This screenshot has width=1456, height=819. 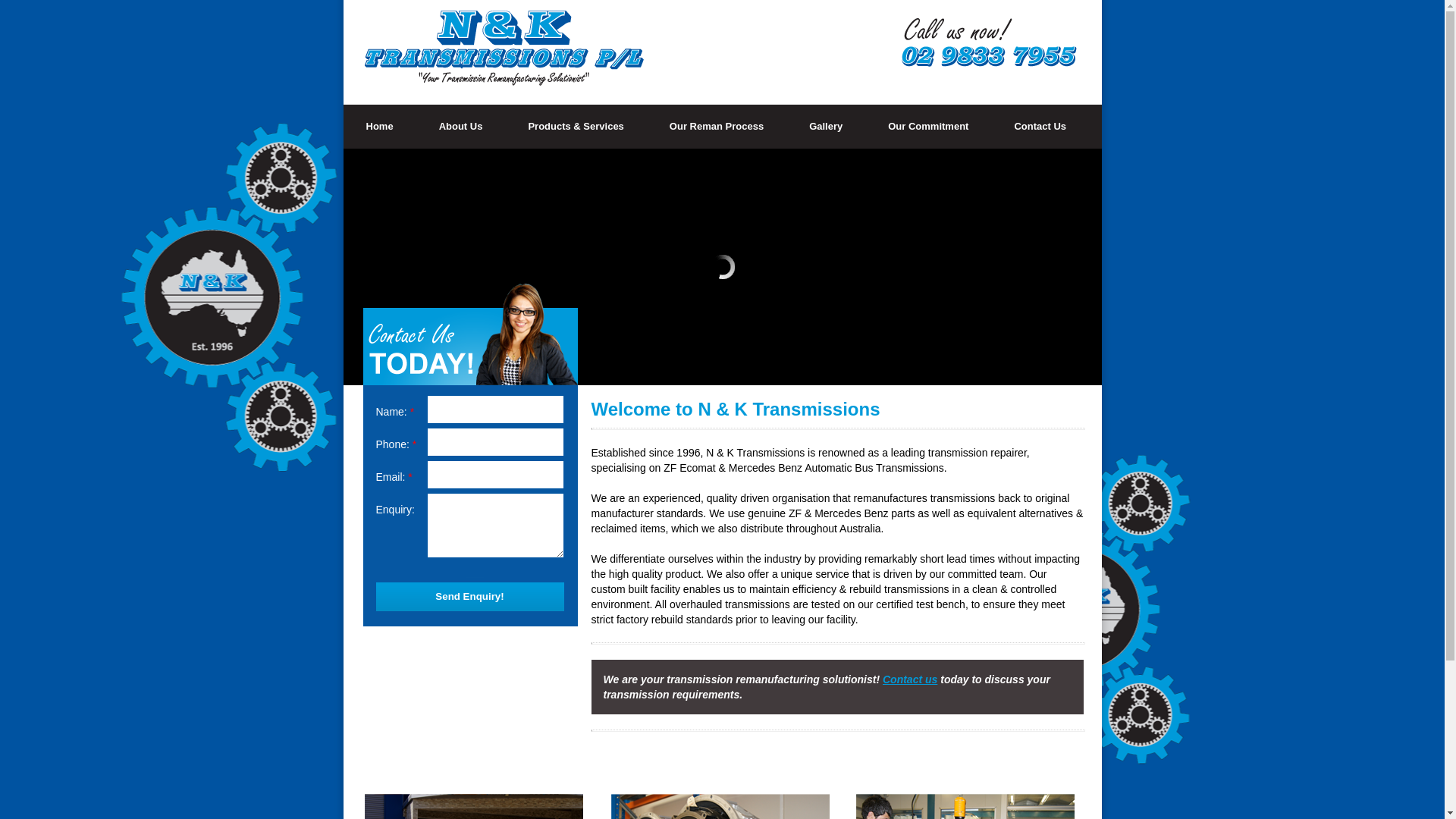 I want to click on 'Contact Us', so click(x=1039, y=125).